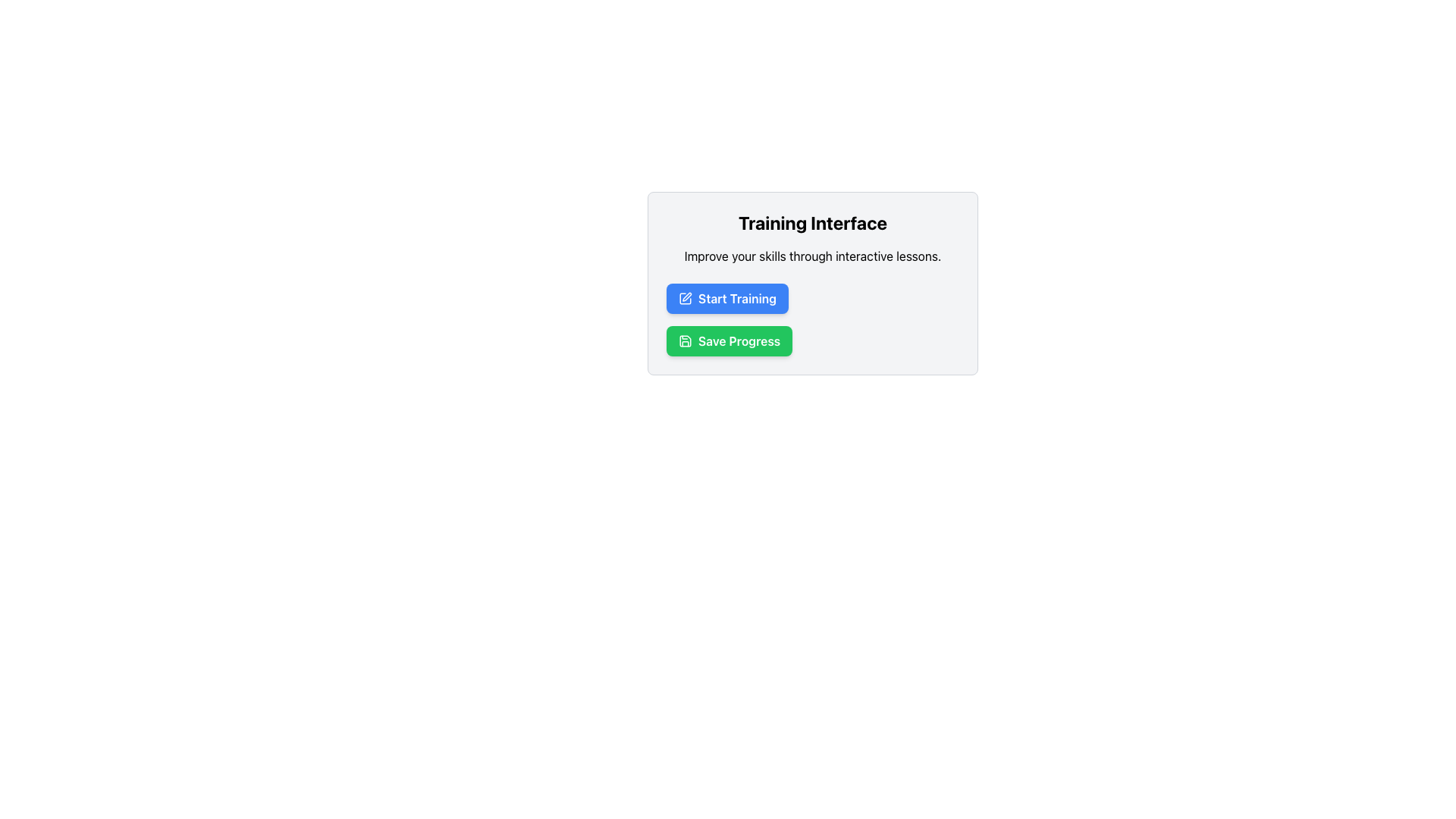 The width and height of the screenshot is (1456, 819). What do you see at coordinates (726, 298) in the screenshot?
I see `the 'Start Training' button, which has a blue background, white text, and a pen icon, located within the 'Training Interface' section` at bounding box center [726, 298].